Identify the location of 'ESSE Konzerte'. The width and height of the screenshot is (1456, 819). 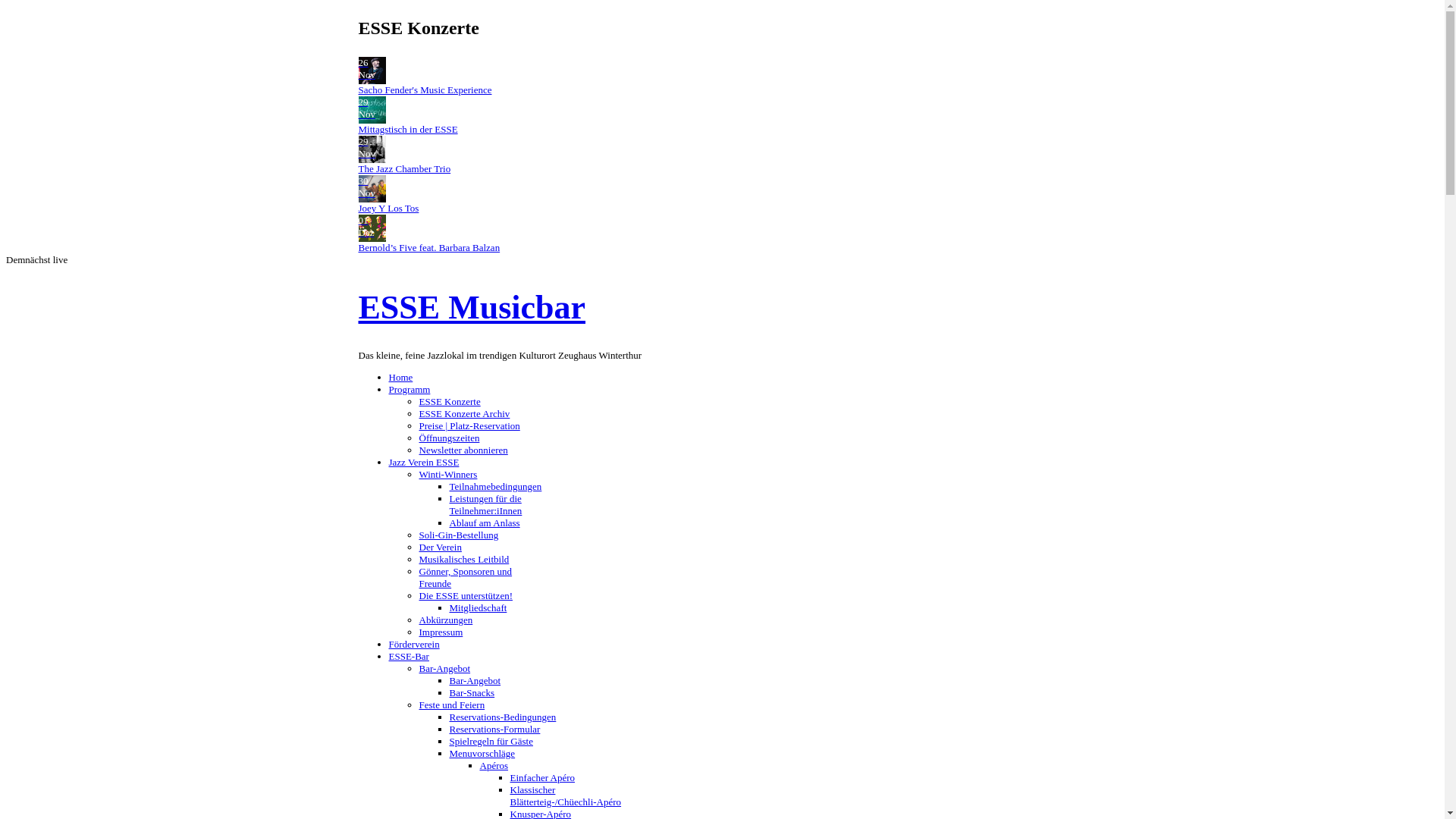
(448, 400).